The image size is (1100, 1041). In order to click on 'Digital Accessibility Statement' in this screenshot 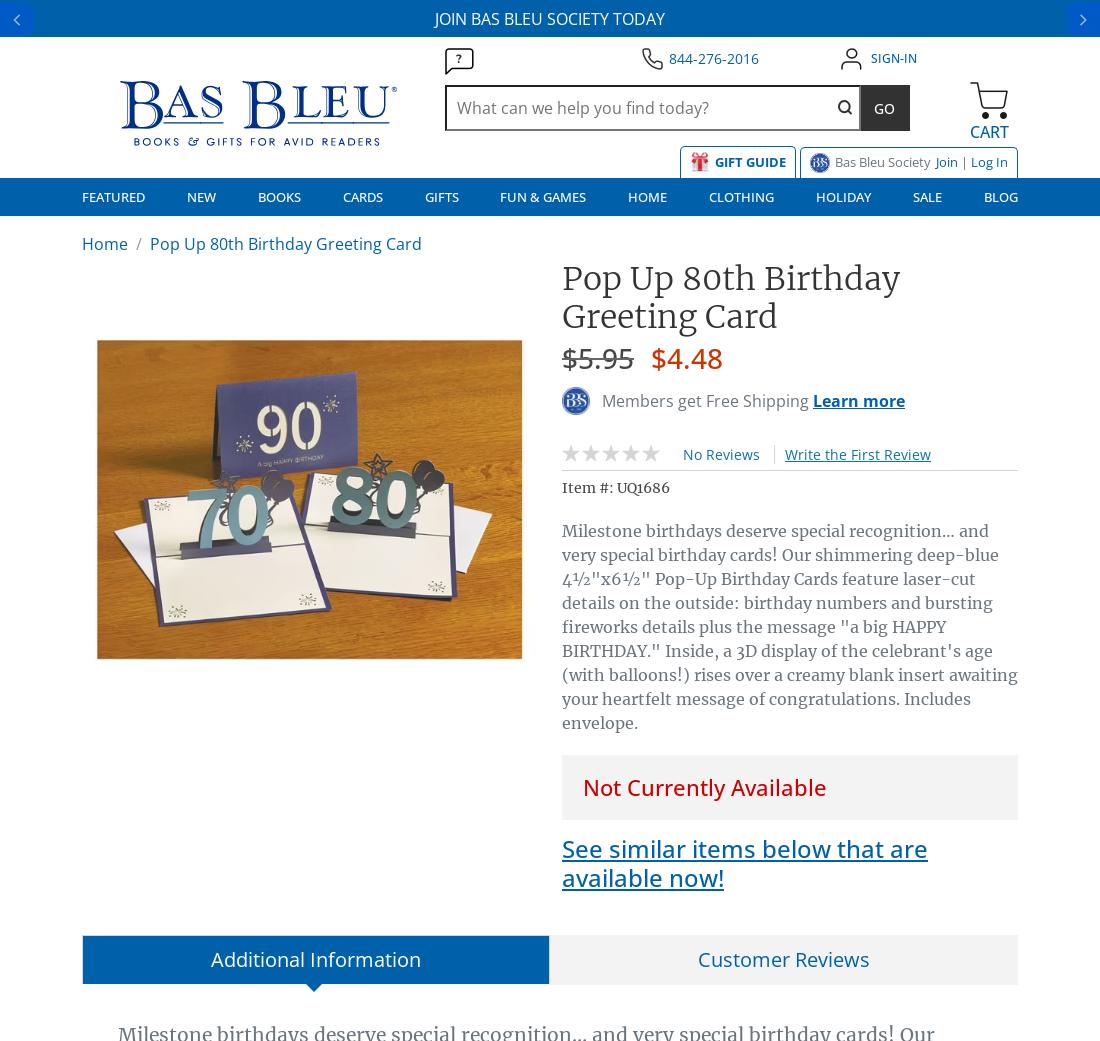, I will do `click(81, 554)`.